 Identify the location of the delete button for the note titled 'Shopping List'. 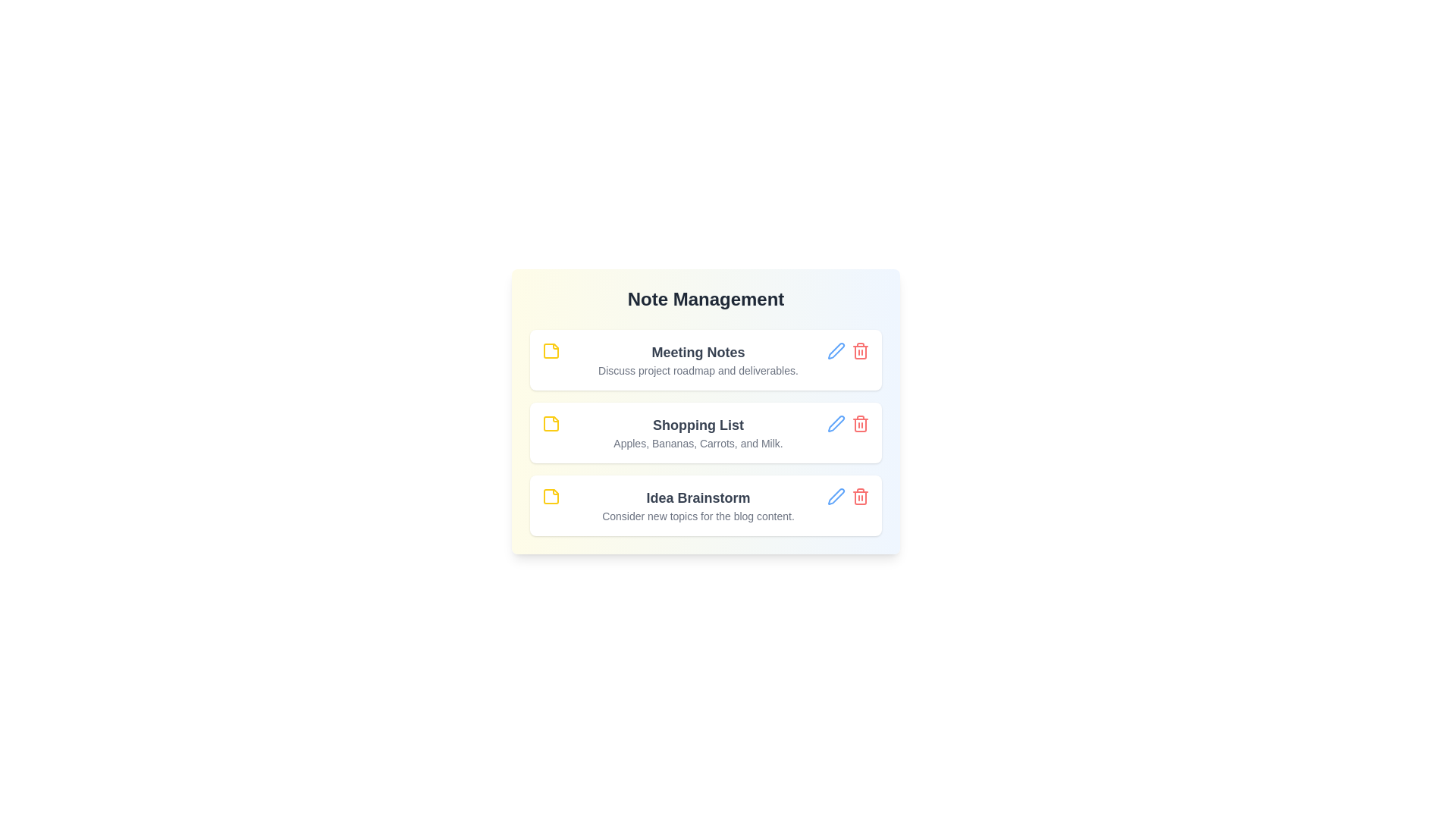
(860, 424).